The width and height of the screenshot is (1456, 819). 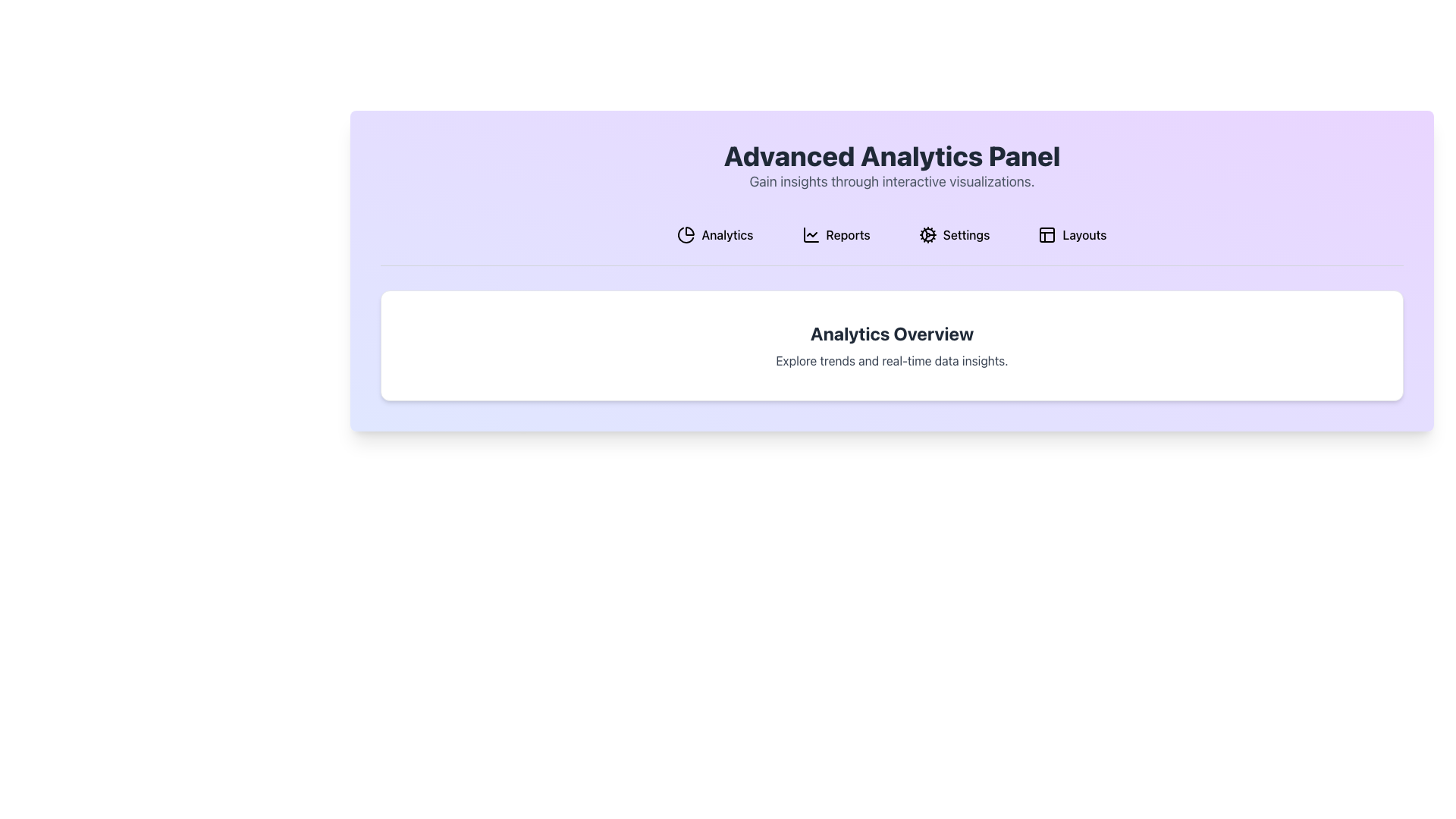 I want to click on the navigation button located in the horizontal navigation bar below 'Advanced Analytics Panel' to redirect to the settings module, so click(x=965, y=234).